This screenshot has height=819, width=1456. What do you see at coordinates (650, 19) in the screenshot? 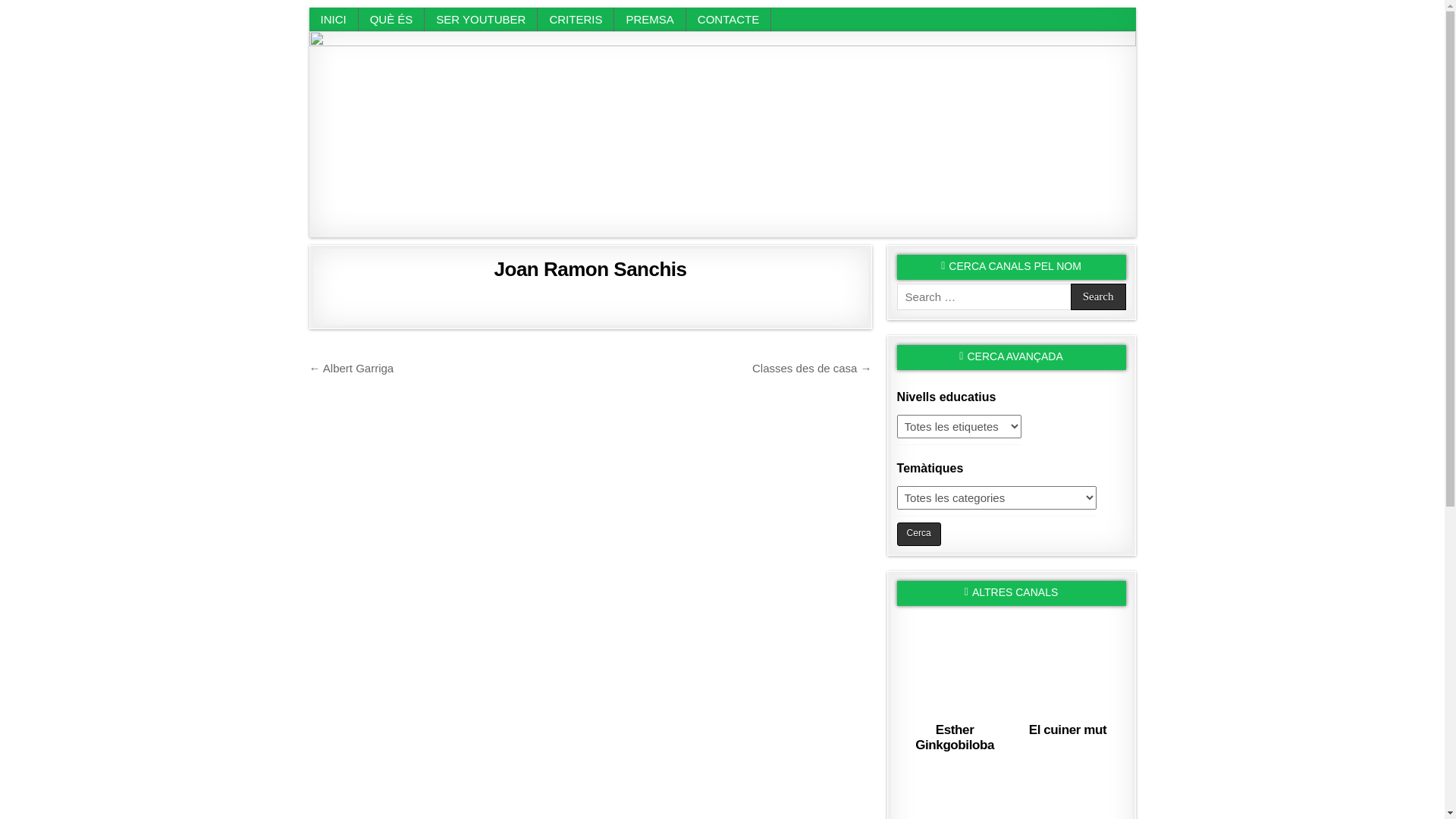
I see `'PREMSA'` at bounding box center [650, 19].